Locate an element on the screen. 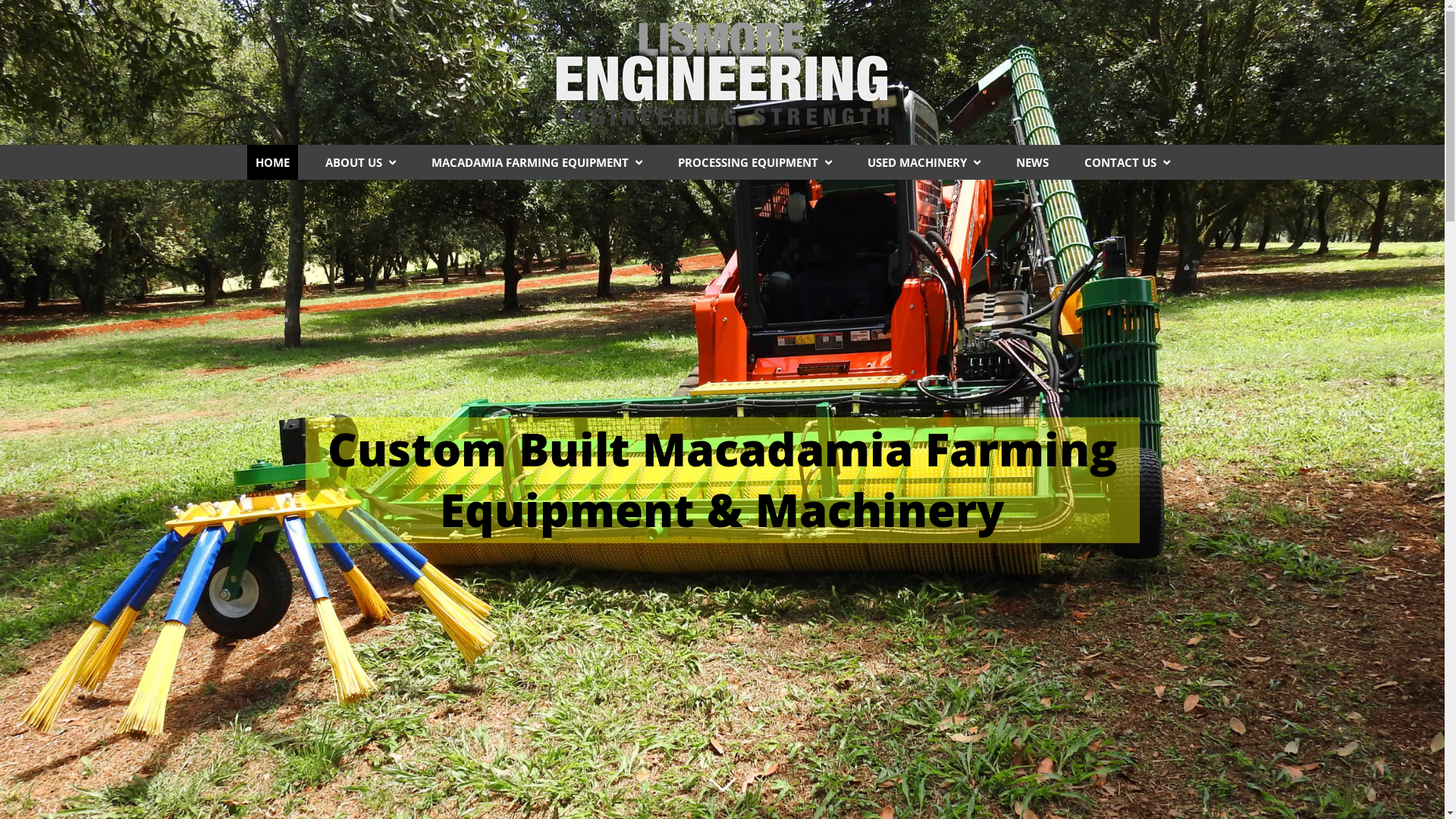  'HOME' is located at coordinates (272, 162).